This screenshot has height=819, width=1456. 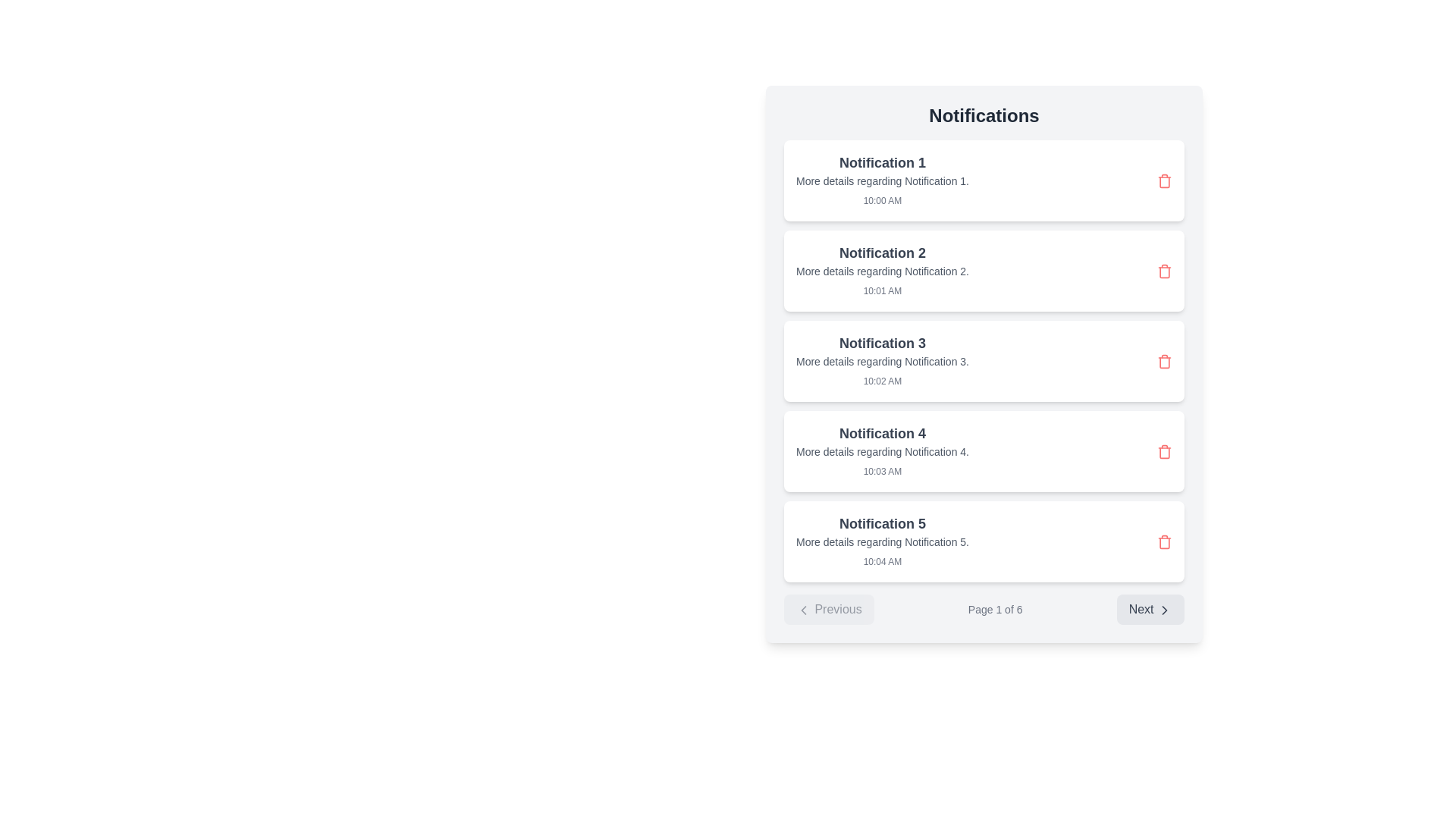 What do you see at coordinates (883, 163) in the screenshot?
I see `text of the 'Notification 1' label, which is displayed in a bold, dark gray font at the top of the notification card interface` at bounding box center [883, 163].